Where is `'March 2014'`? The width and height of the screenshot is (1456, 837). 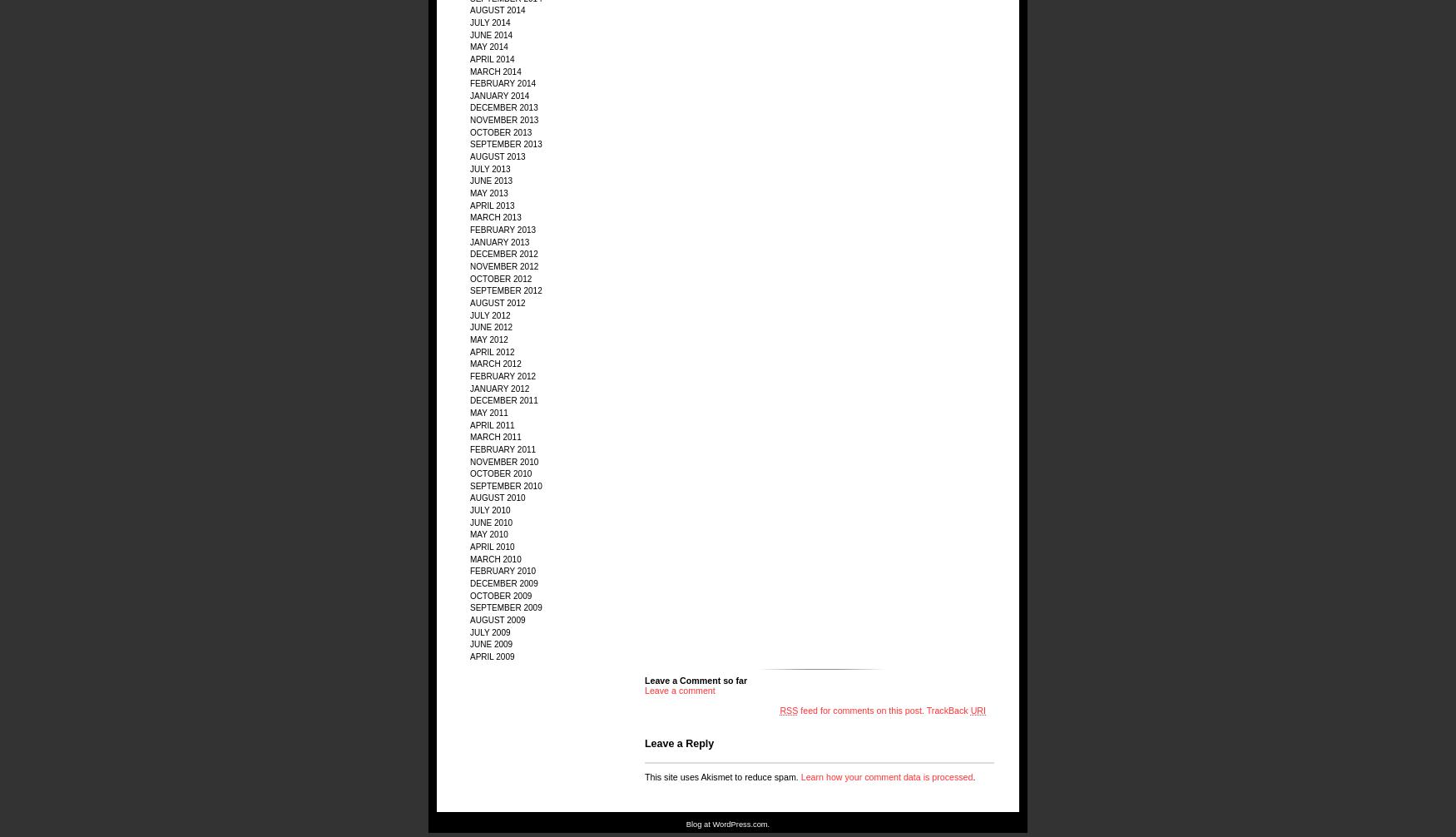
'March 2014' is located at coordinates (470, 71).